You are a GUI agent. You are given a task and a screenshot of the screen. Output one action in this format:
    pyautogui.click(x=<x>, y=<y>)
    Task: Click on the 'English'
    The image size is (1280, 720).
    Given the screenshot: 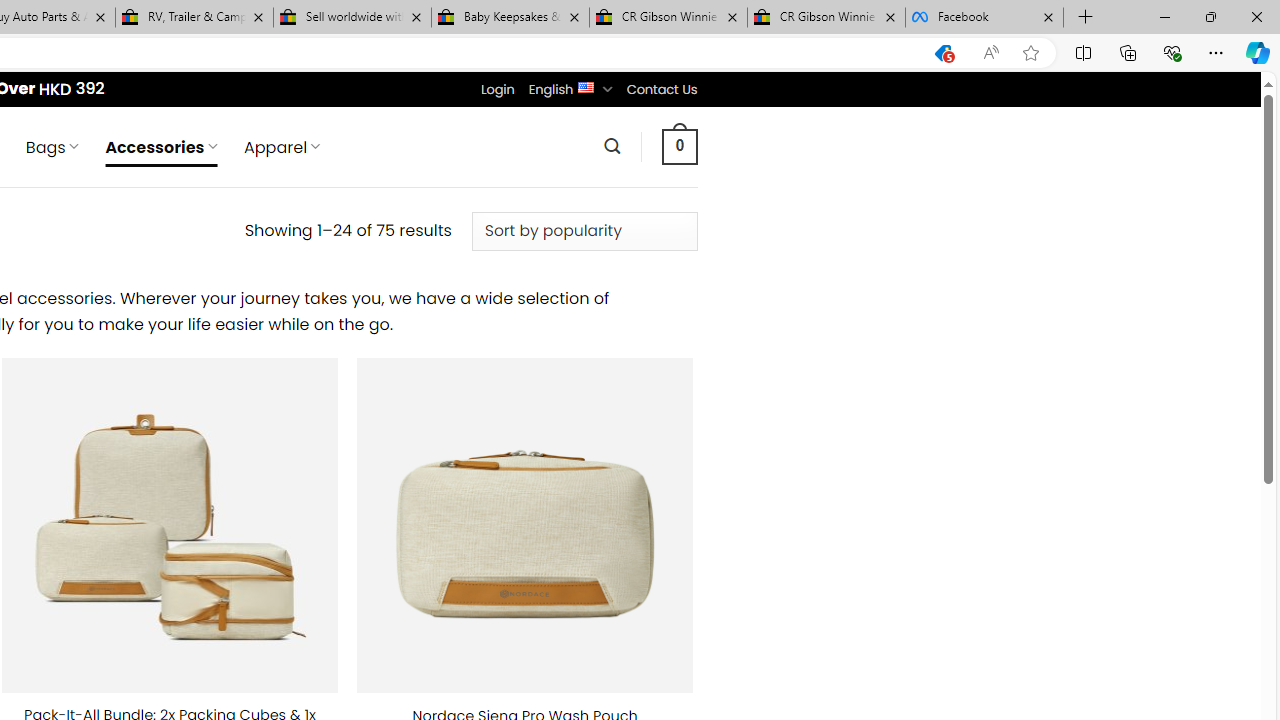 What is the action you would take?
    pyautogui.click(x=585, y=85)
    